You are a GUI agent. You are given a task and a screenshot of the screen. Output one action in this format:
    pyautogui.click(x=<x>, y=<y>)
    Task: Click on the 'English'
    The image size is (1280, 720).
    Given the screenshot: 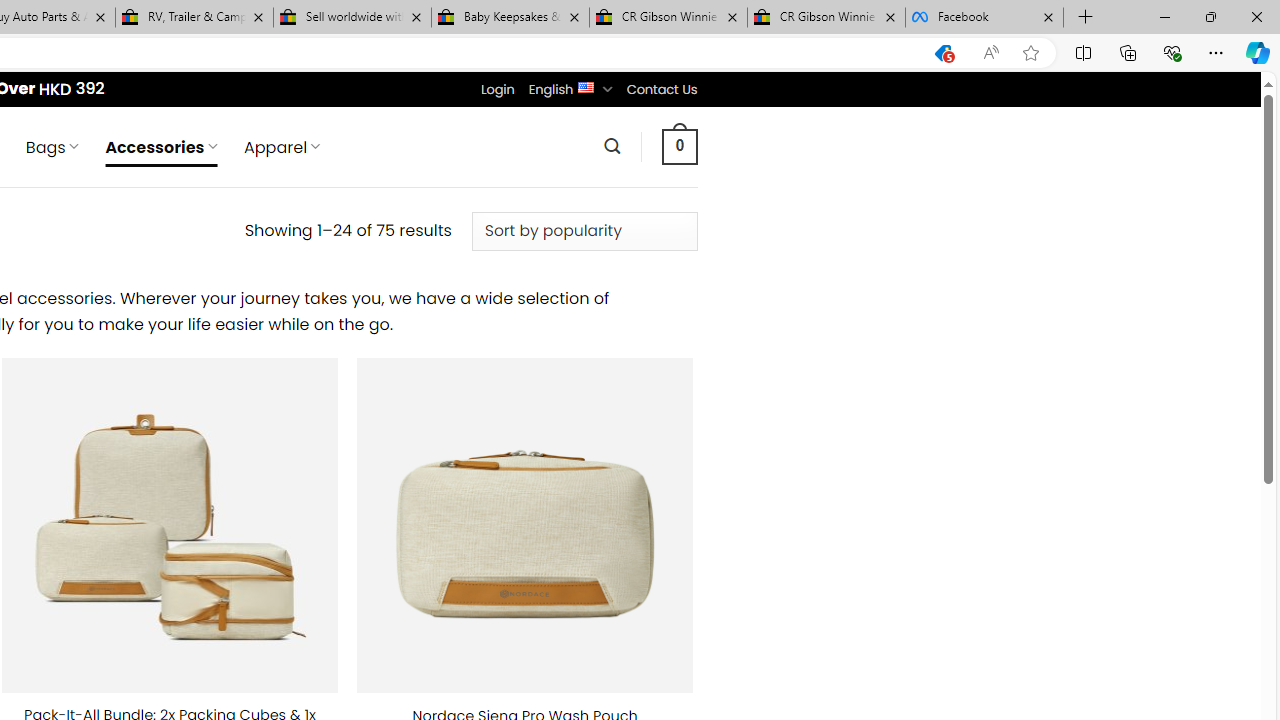 What is the action you would take?
    pyautogui.click(x=585, y=85)
    